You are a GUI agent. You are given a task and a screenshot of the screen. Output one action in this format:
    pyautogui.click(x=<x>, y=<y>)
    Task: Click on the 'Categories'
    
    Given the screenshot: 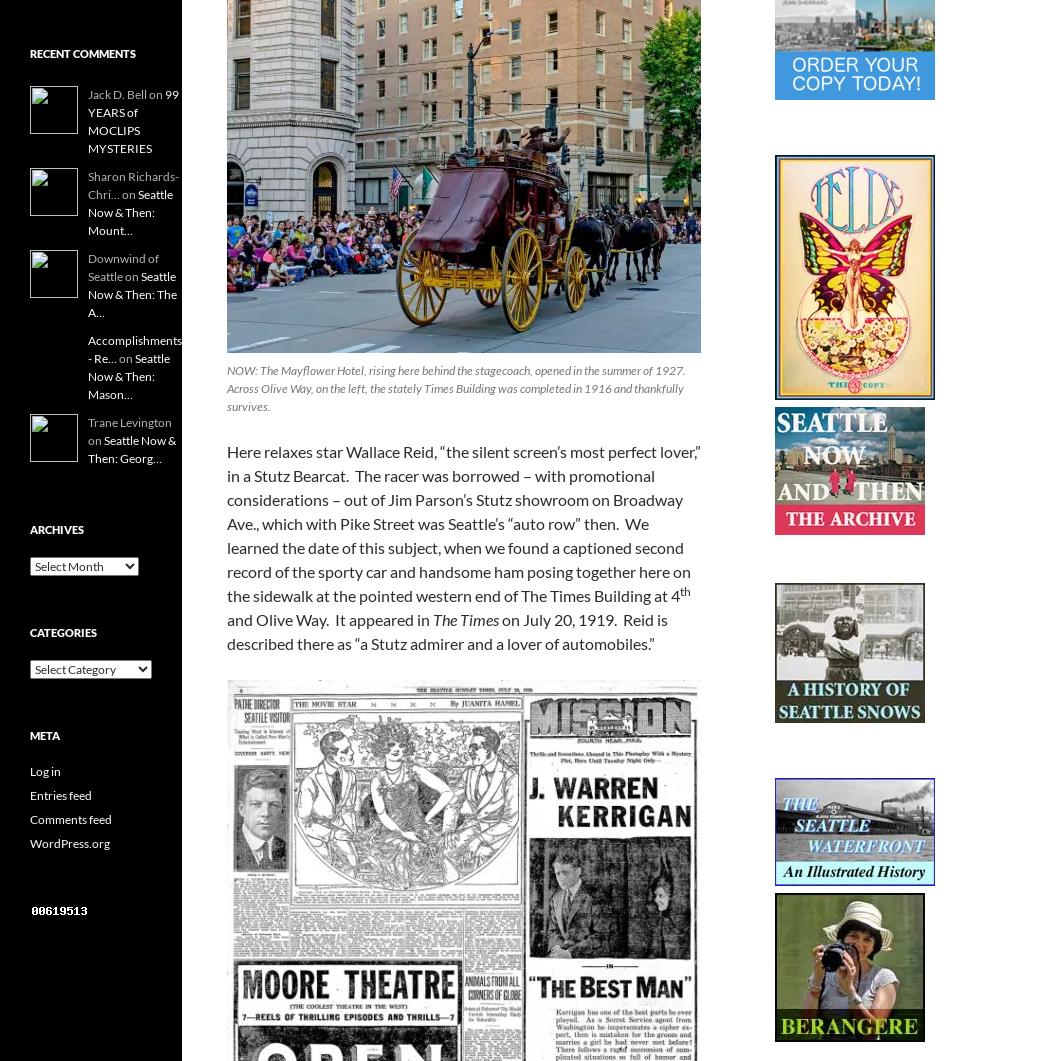 What is the action you would take?
    pyautogui.click(x=62, y=631)
    